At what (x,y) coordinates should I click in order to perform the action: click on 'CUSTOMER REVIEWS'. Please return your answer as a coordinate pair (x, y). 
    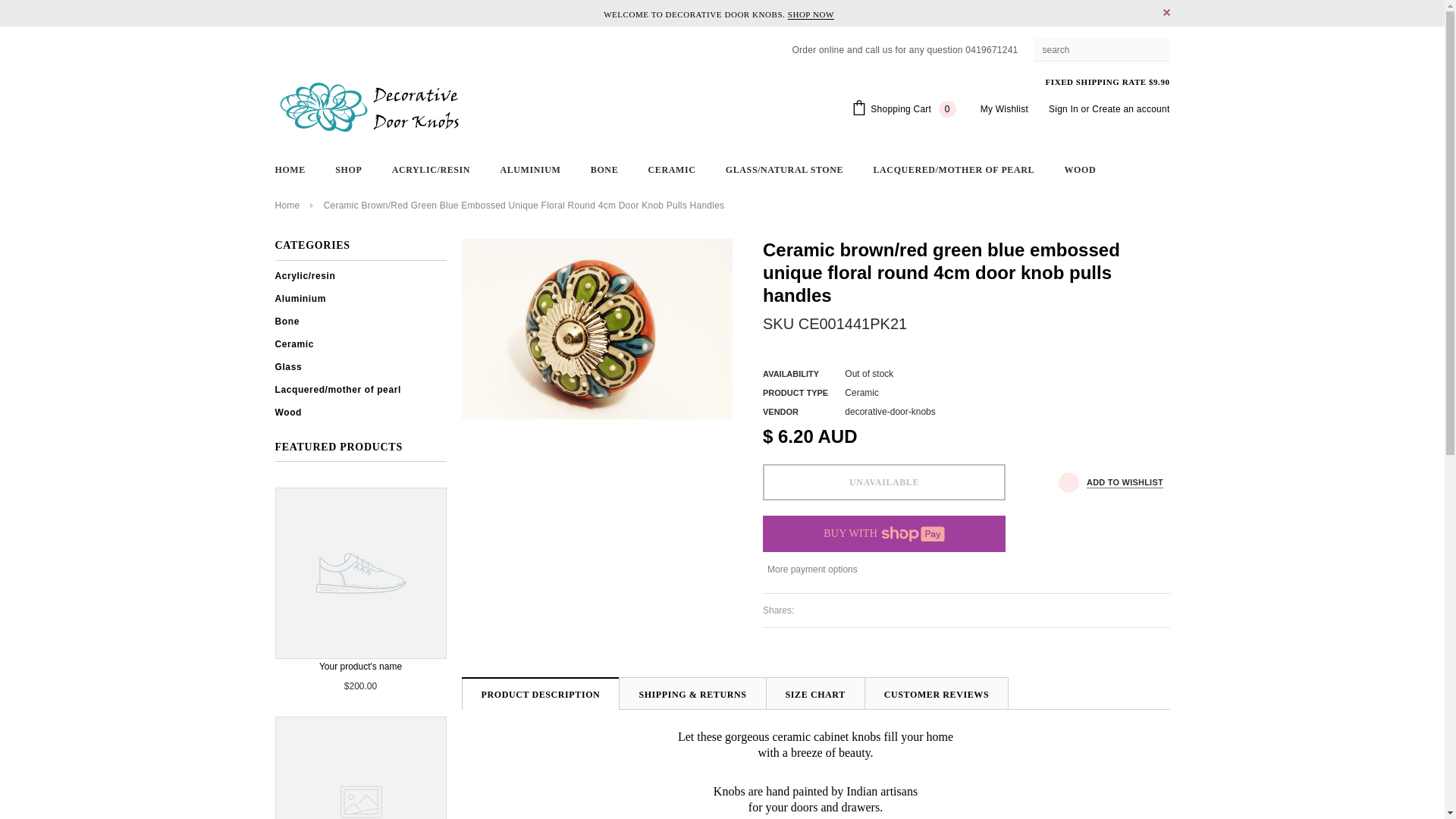
    Looking at the image, I should click on (935, 693).